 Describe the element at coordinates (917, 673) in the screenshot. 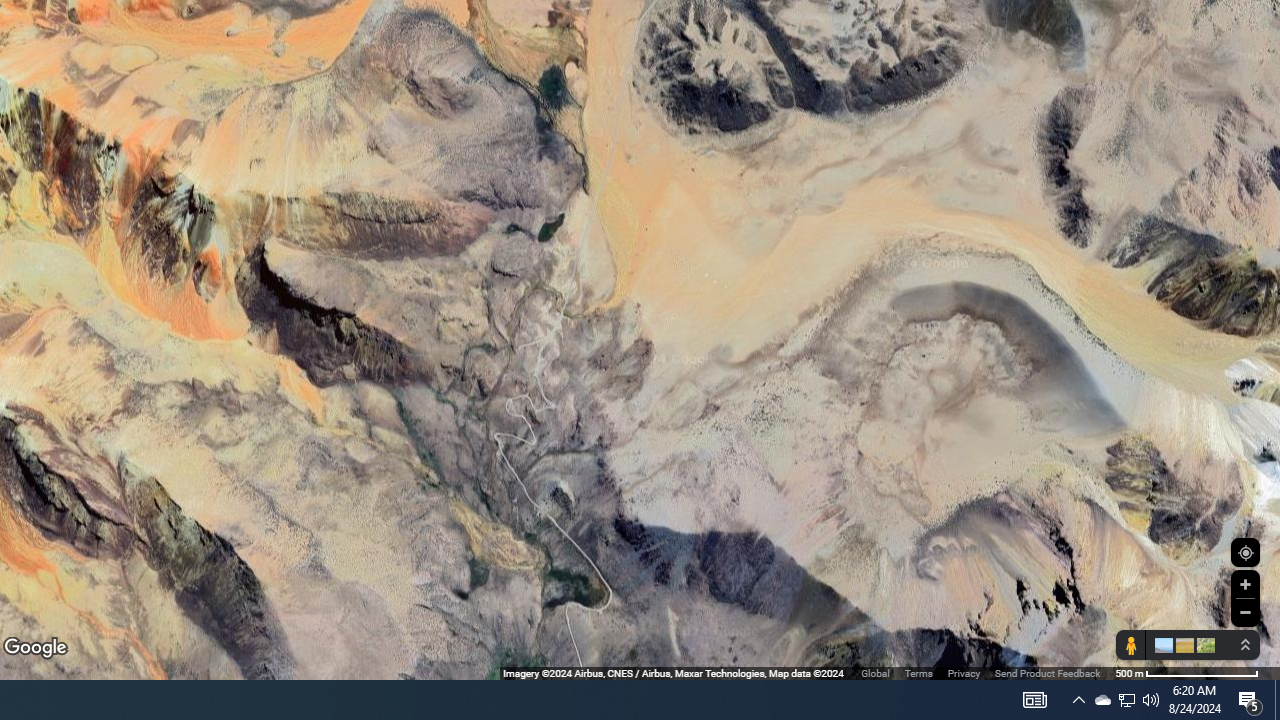

I see `'Terms'` at that location.